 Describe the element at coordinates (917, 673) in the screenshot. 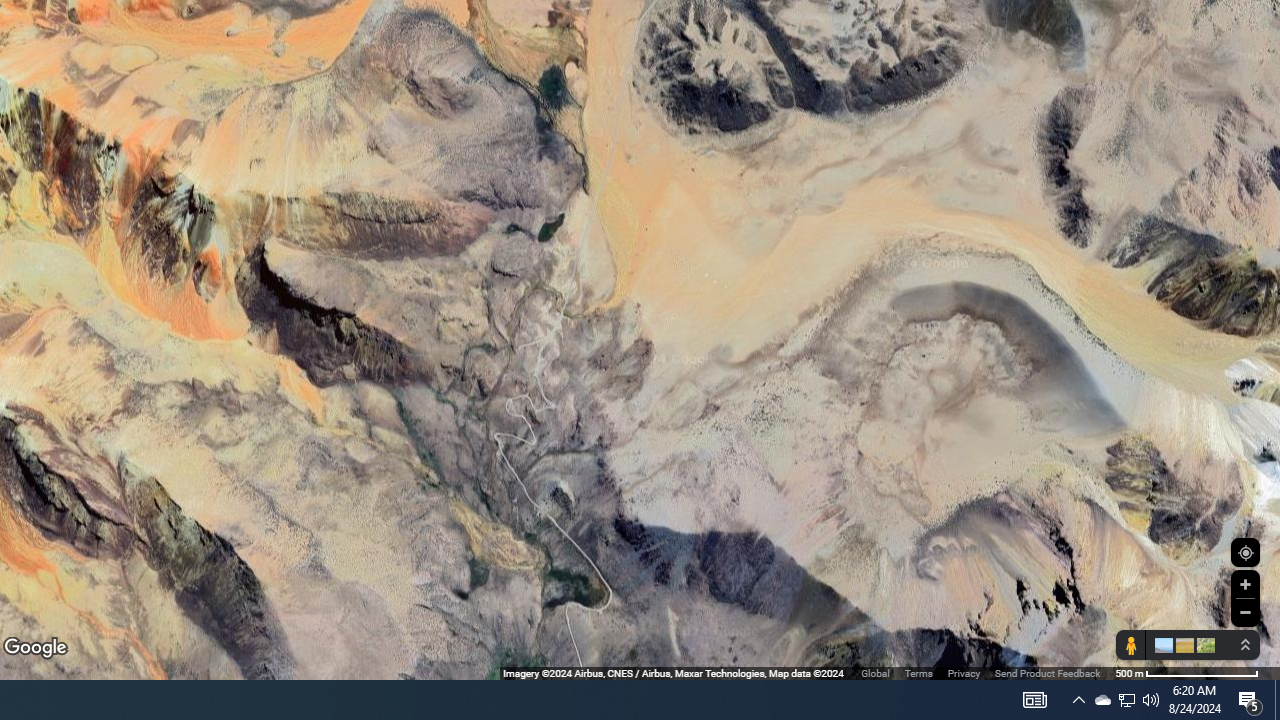

I see `'Terms'` at that location.